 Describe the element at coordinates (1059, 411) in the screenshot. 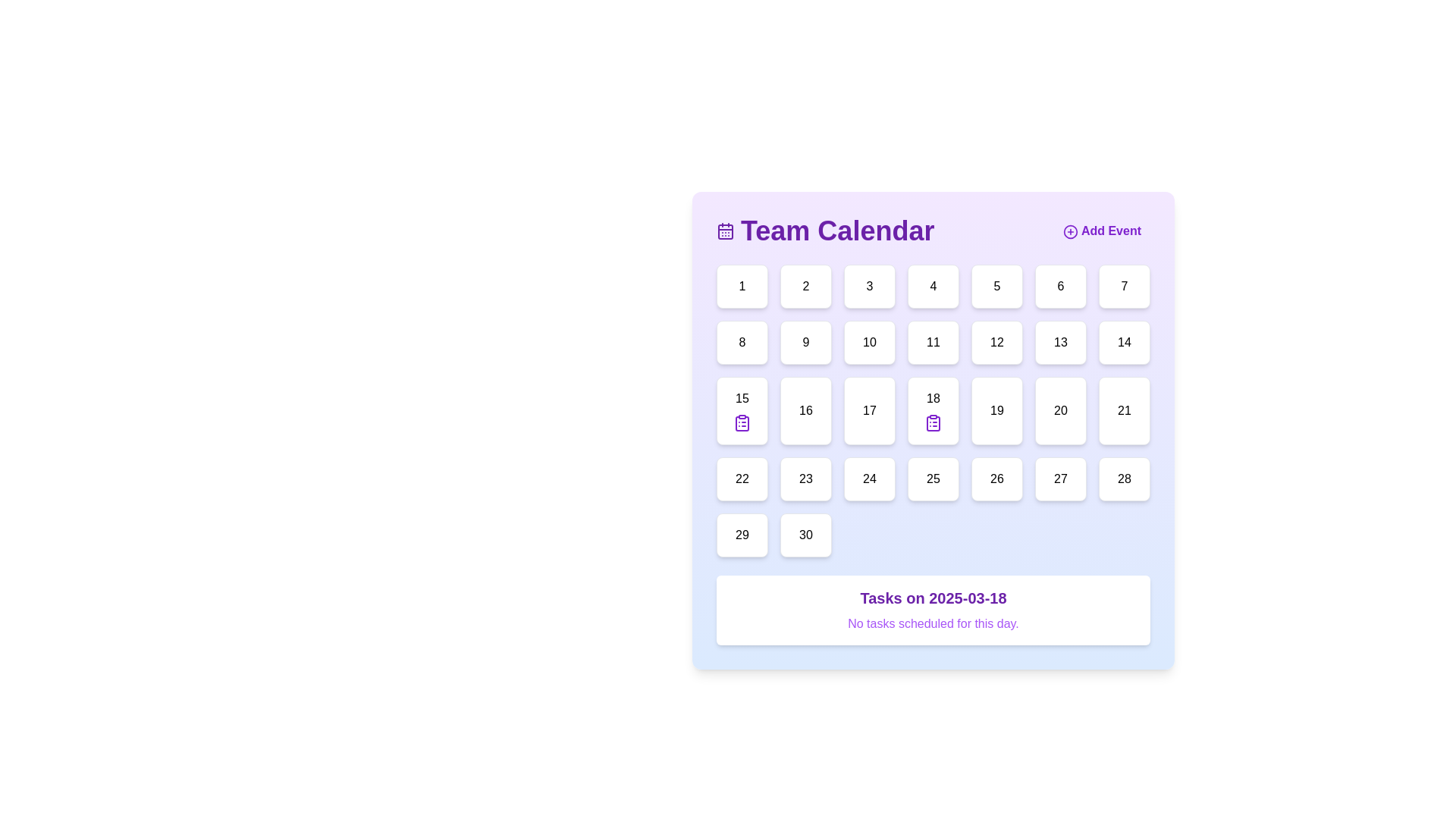

I see `the button displaying the number '20', which is a white card with rounded corners` at that location.